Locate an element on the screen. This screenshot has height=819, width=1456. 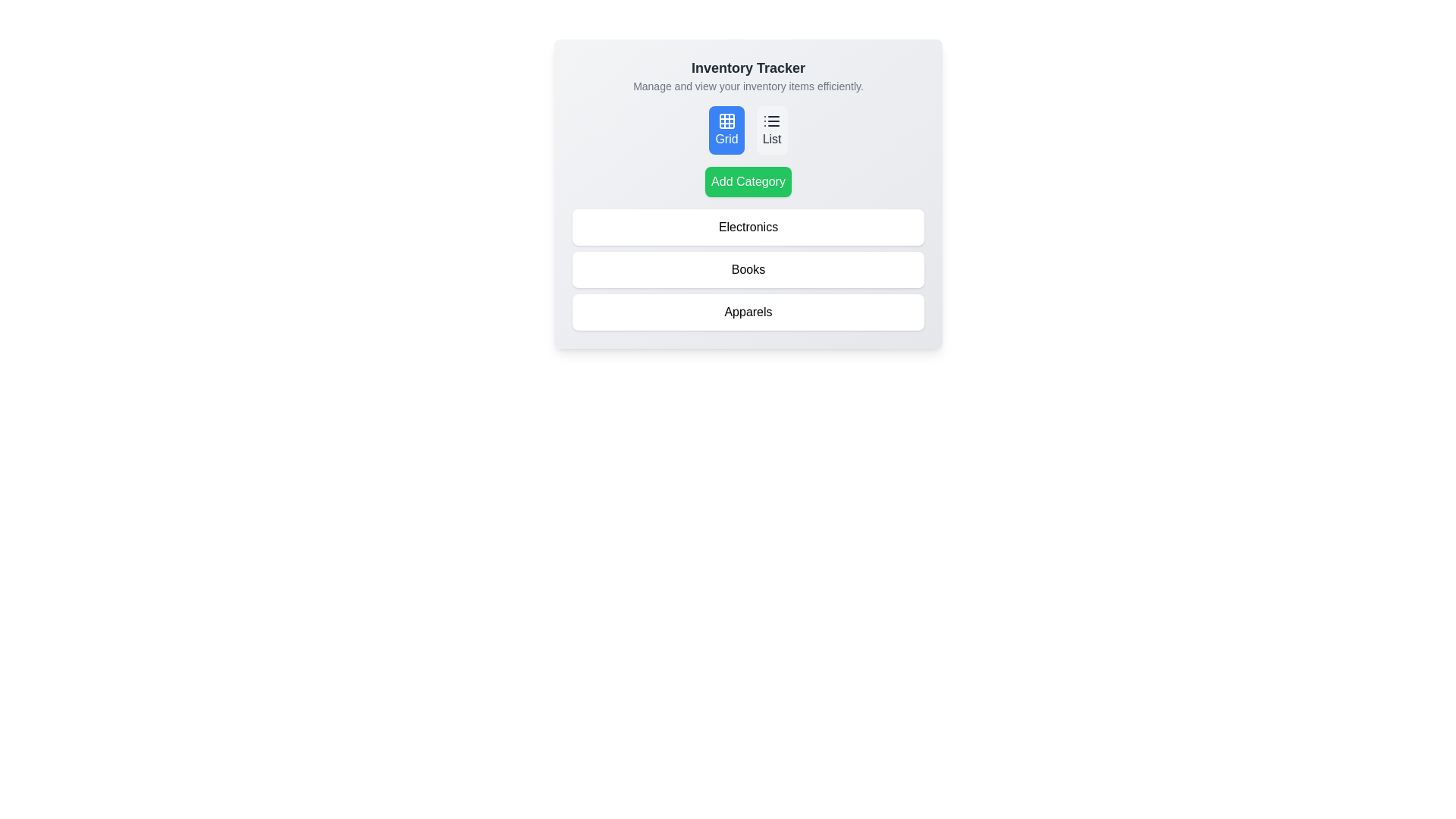
the 'List' view icon located at the top-right next to the 'Grid' icon is located at coordinates (772, 120).